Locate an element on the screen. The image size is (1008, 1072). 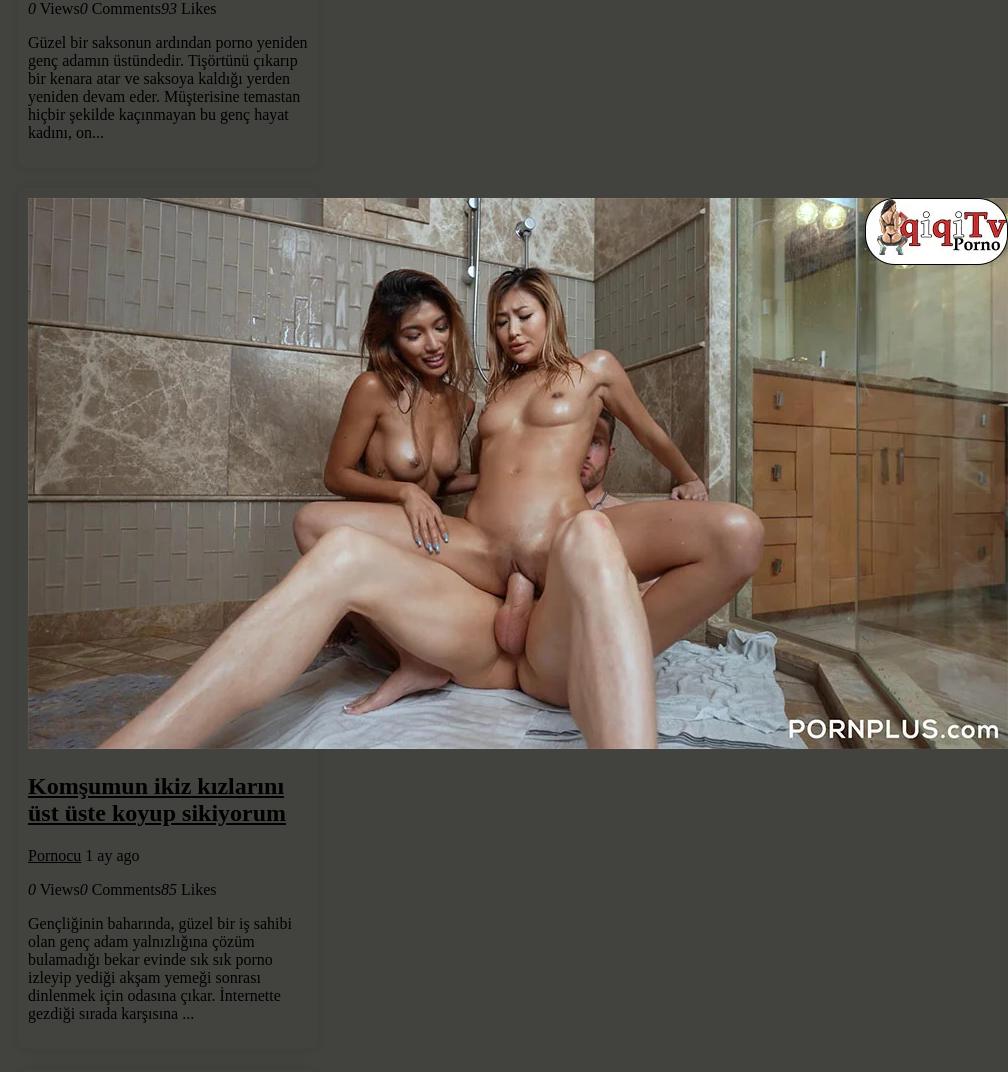
'85' is located at coordinates (159, 889).